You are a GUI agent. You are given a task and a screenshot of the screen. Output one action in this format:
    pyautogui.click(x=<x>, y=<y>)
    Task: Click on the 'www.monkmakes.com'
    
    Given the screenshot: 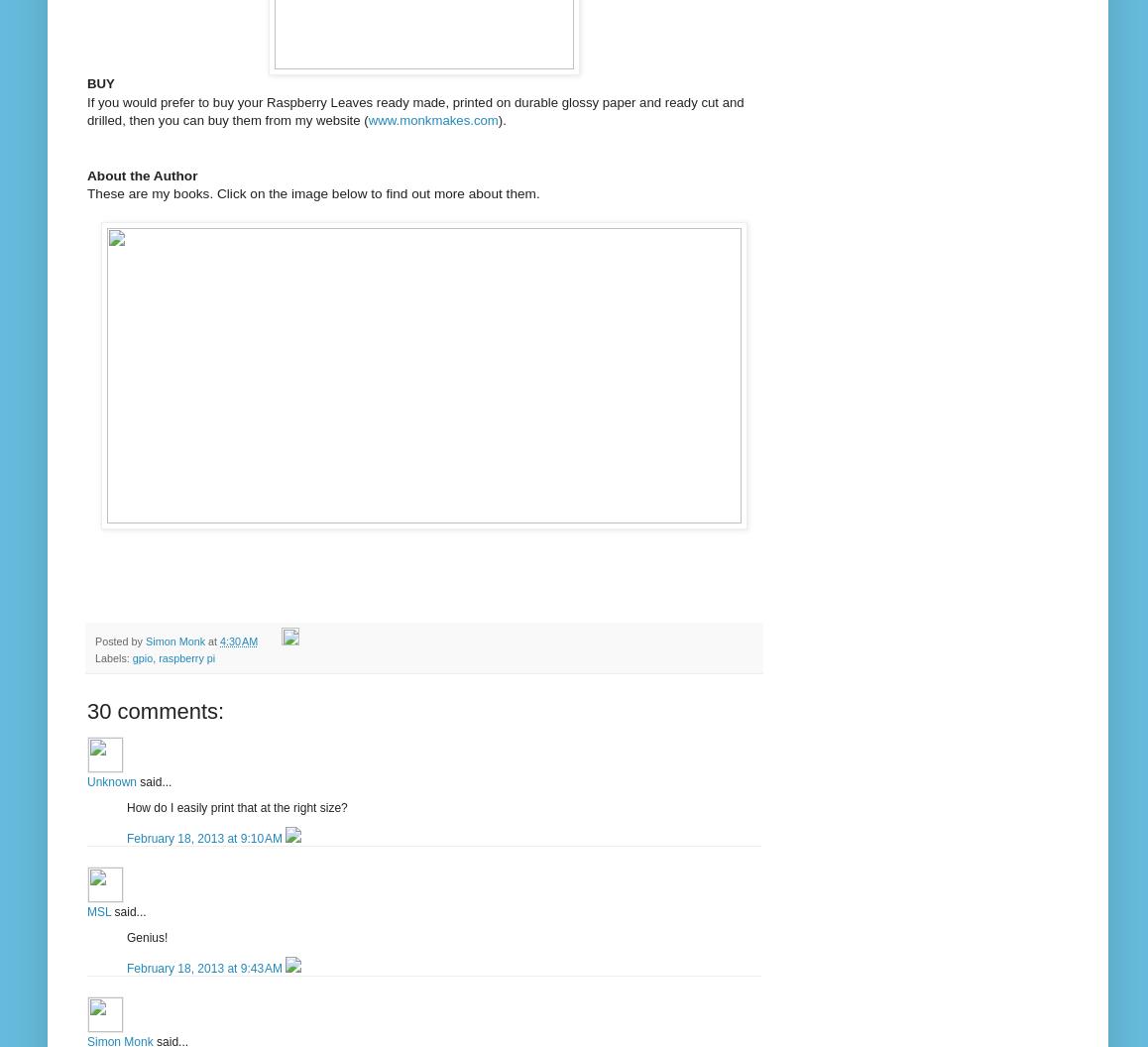 What is the action you would take?
    pyautogui.click(x=432, y=119)
    